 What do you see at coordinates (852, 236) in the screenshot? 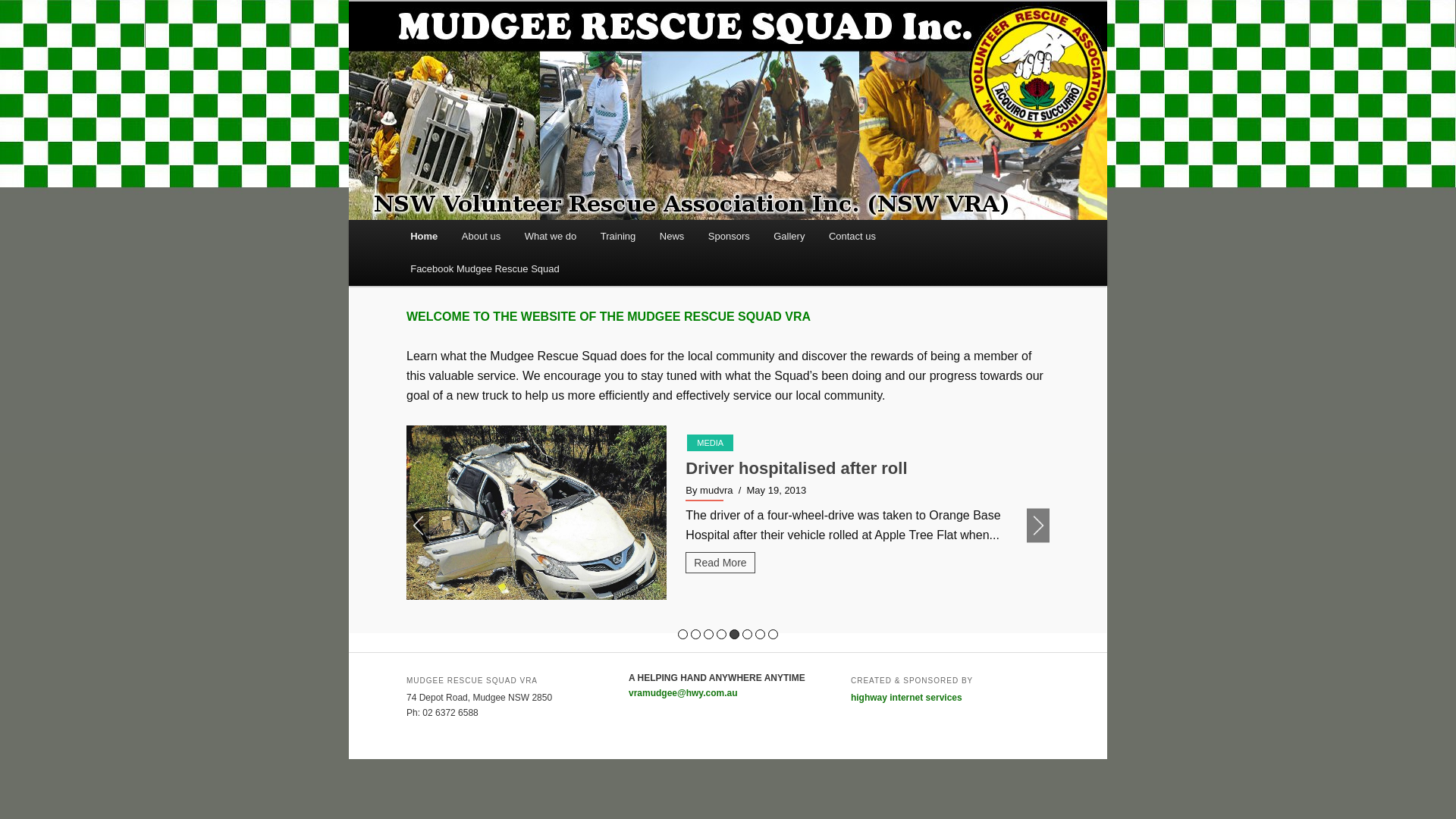
I see `'Contact us'` at bounding box center [852, 236].